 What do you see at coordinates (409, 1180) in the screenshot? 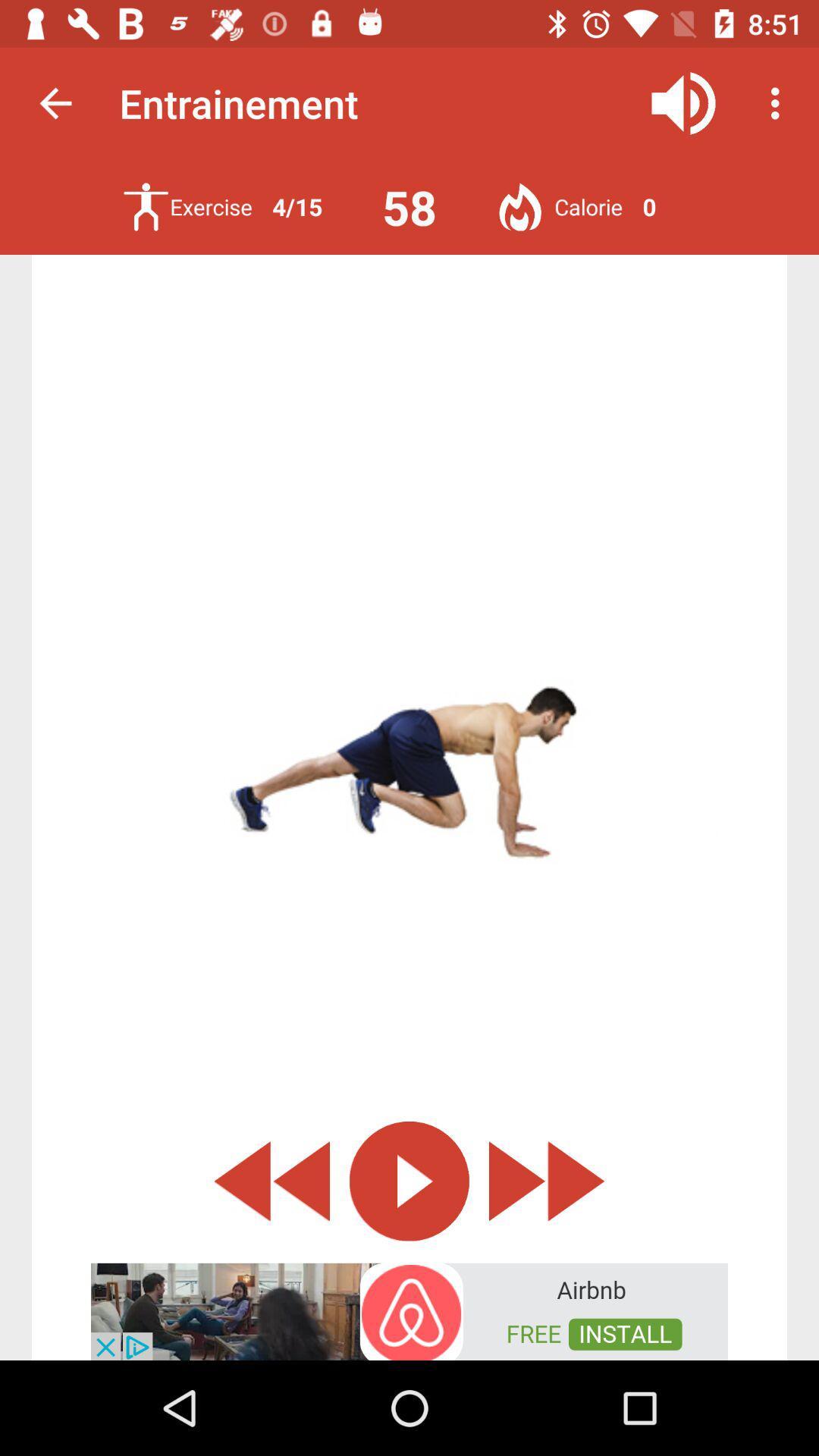
I see `start` at bounding box center [409, 1180].